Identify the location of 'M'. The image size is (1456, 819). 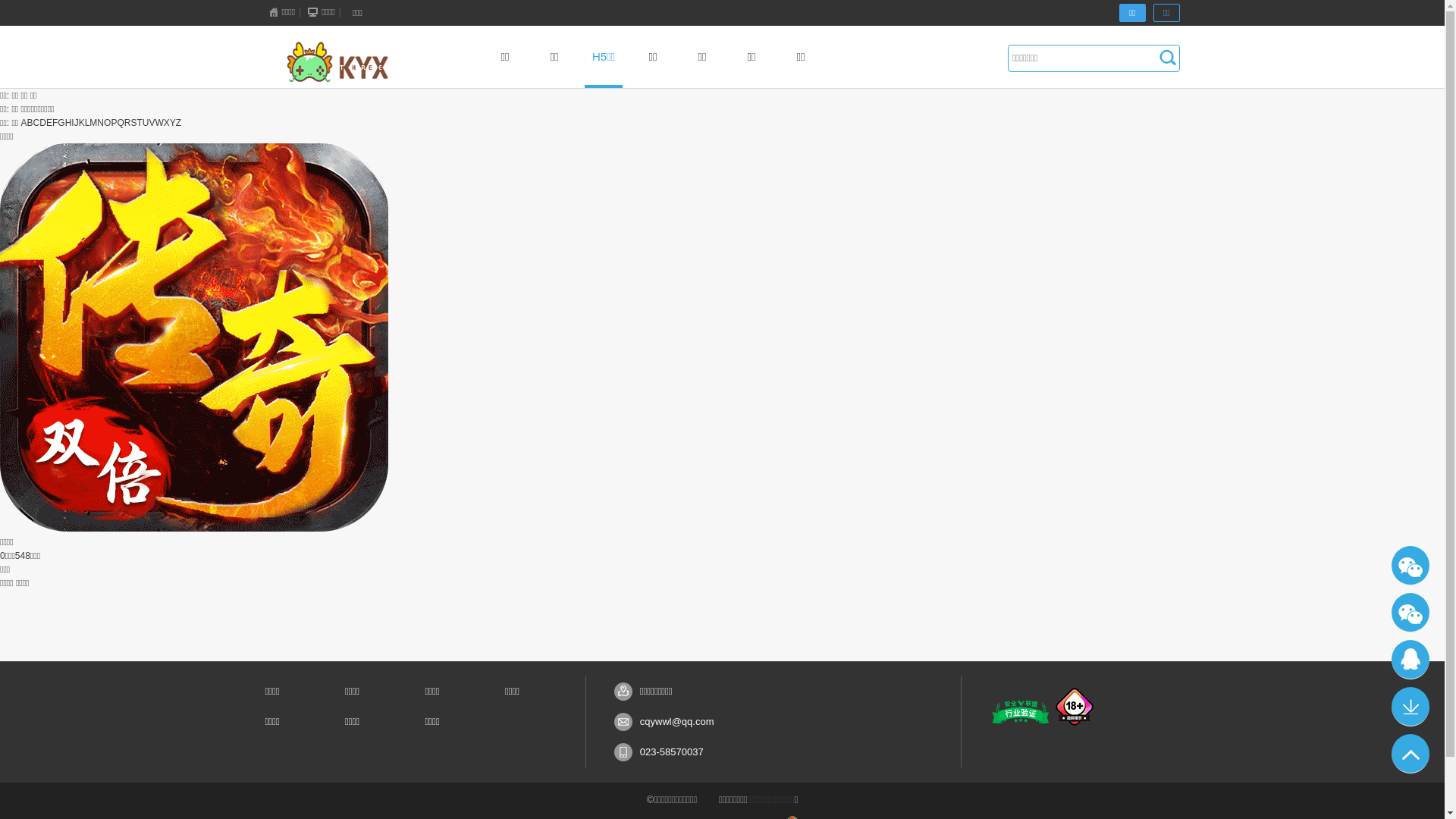
(93, 122).